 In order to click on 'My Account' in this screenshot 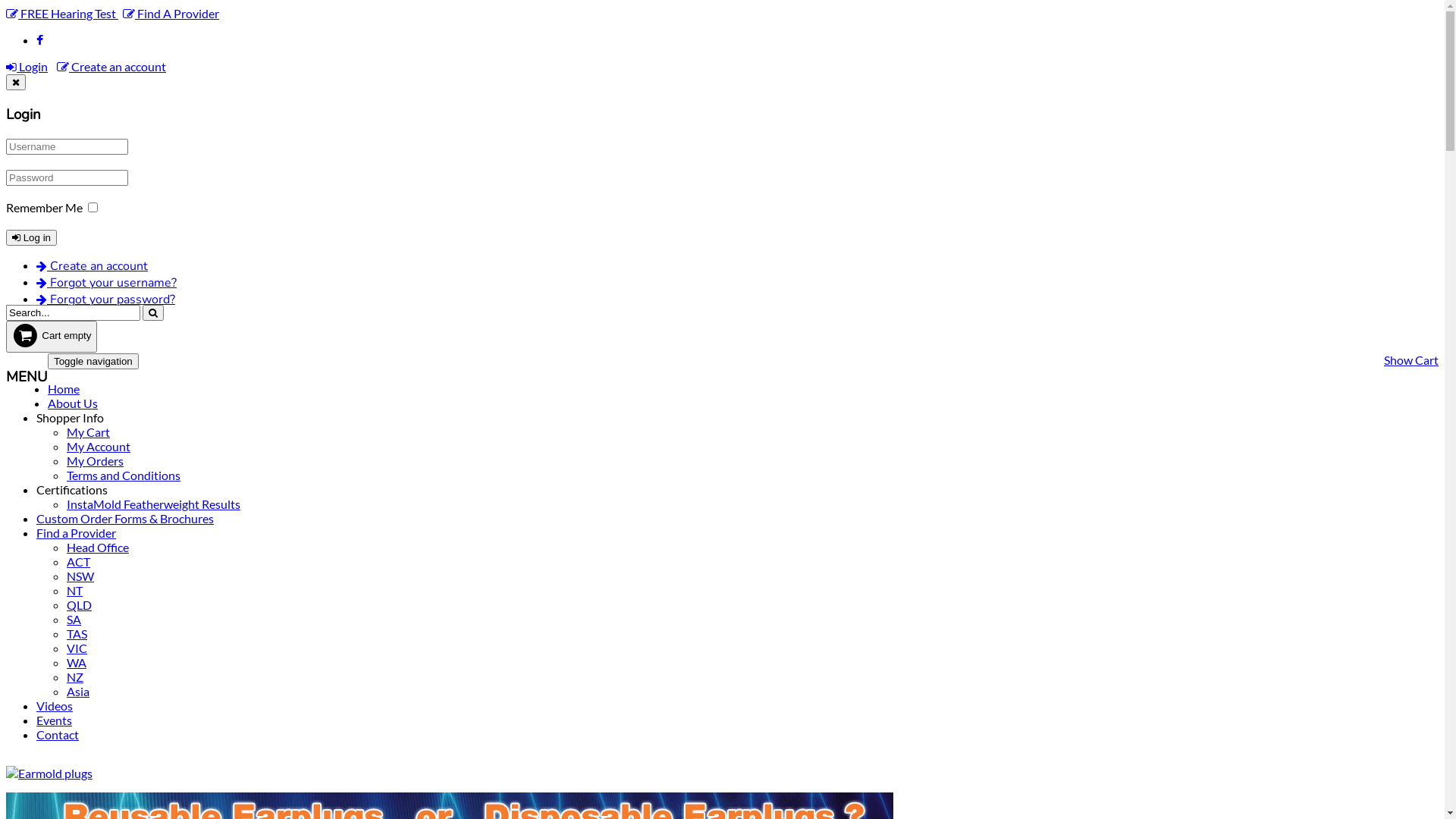, I will do `click(97, 445)`.